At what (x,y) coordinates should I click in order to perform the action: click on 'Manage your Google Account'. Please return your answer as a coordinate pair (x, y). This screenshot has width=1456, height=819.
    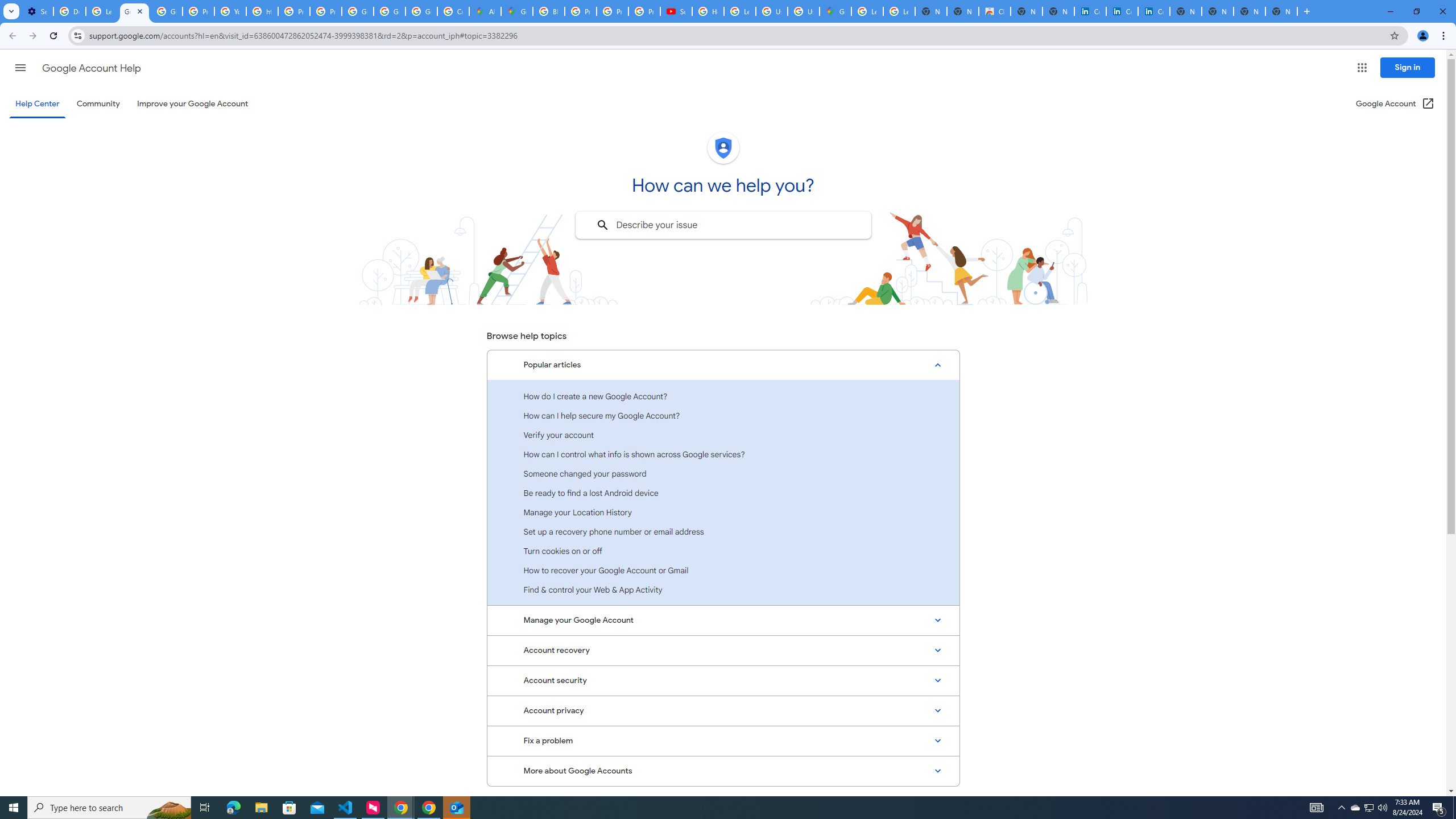
    Looking at the image, I should click on (723, 621).